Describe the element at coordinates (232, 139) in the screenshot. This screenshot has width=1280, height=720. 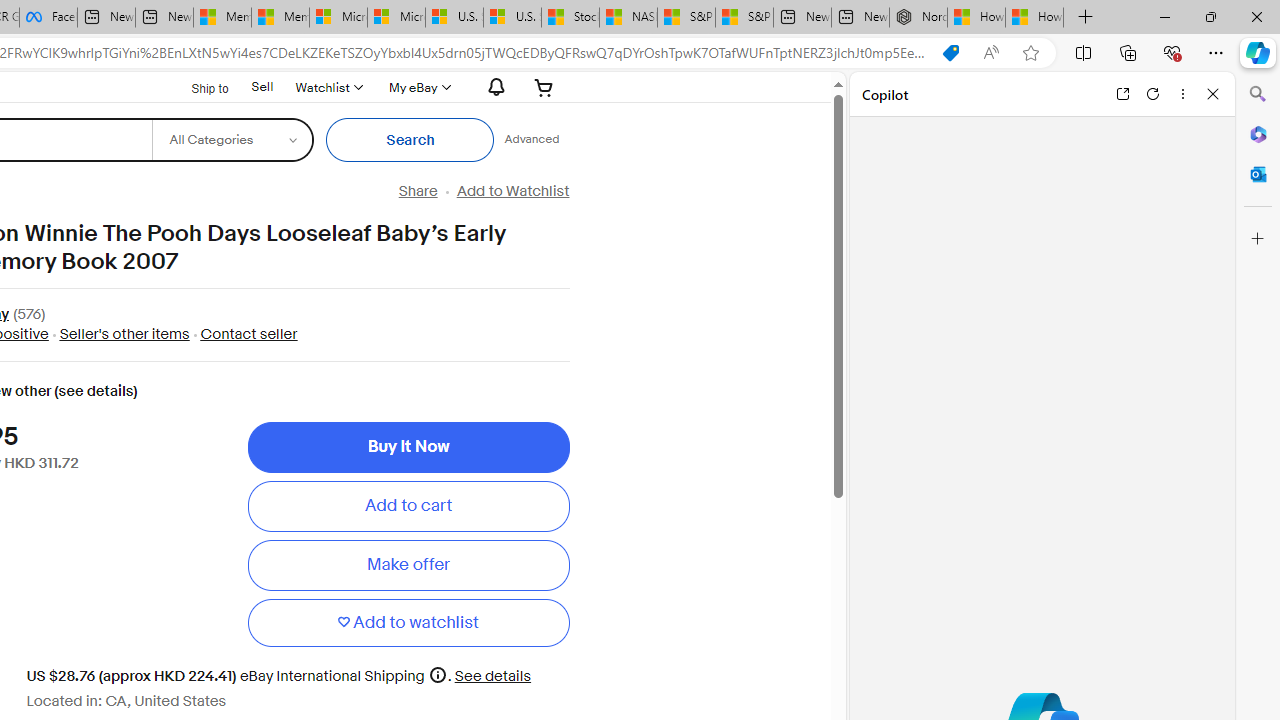
I see `'Select a category for search'` at that location.